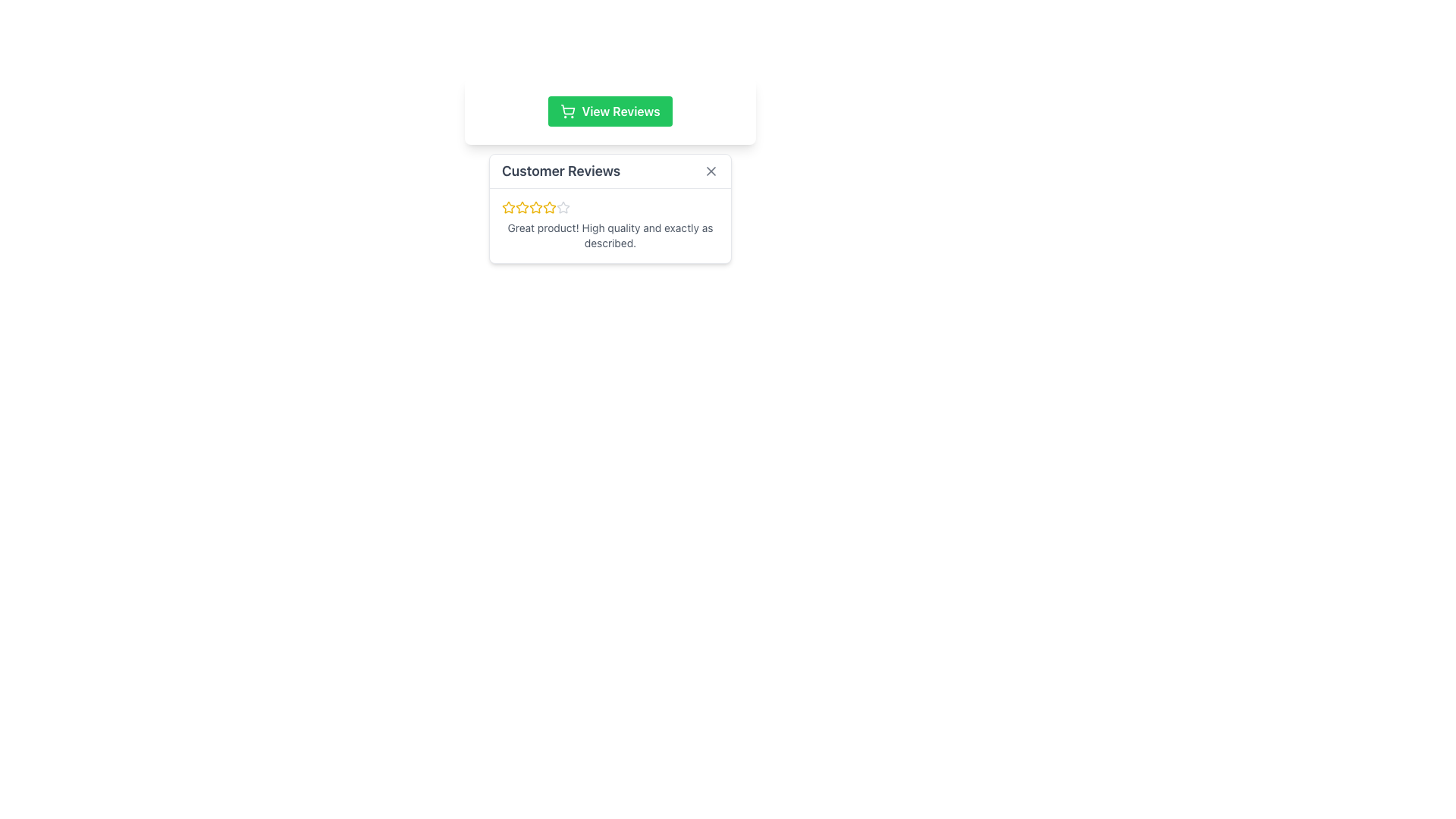 This screenshot has height=819, width=1456. Describe the element at coordinates (610, 236) in the screenshot. I see `text content of the review block that states 'Great product! High quality and exactly as described.' which is positioned directly underneath the rating stars in the customer review section` at that location.